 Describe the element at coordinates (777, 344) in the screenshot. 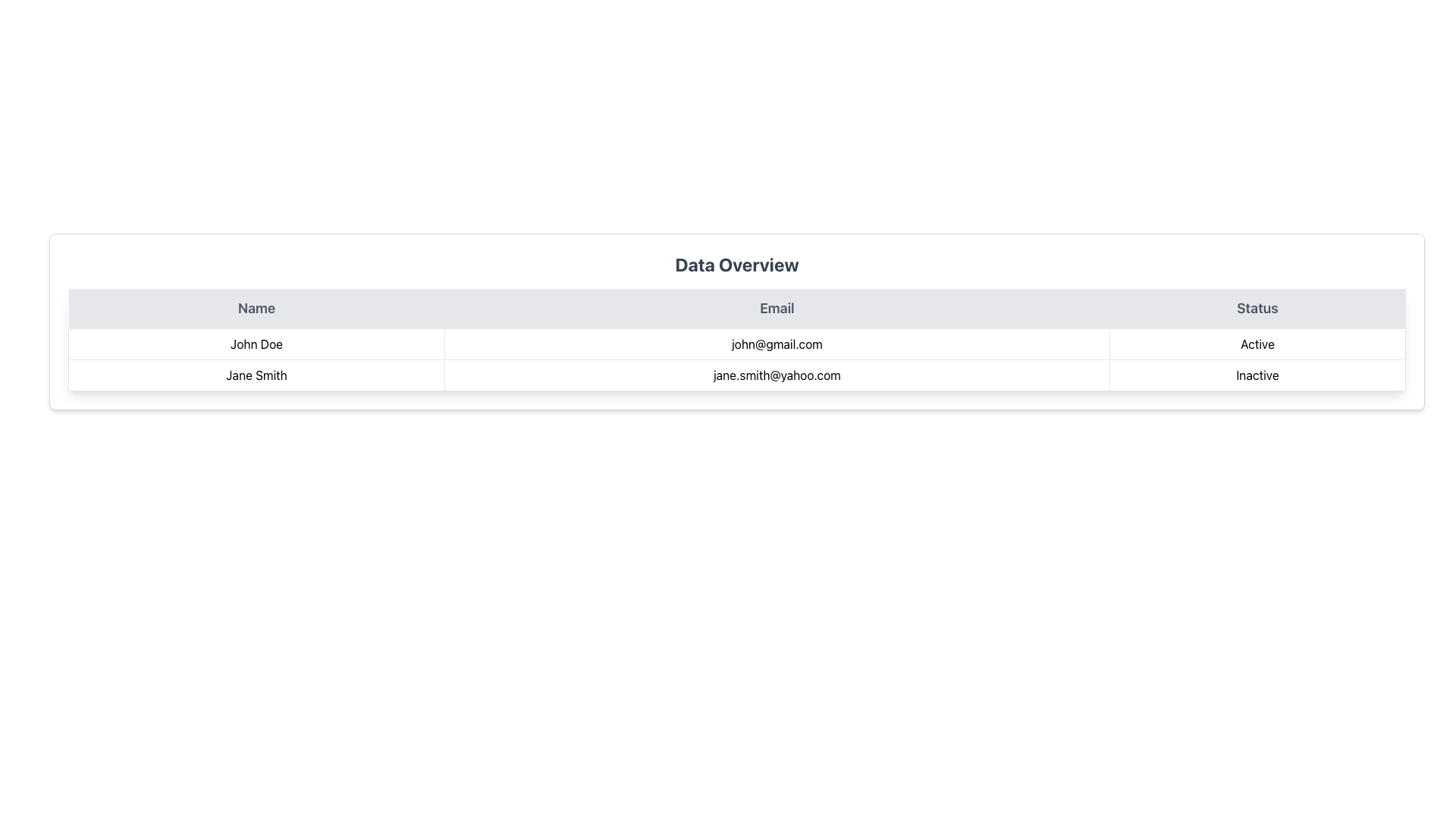

I see `the email address displayed for user 'John Doe' in the second column of the table` at that location.